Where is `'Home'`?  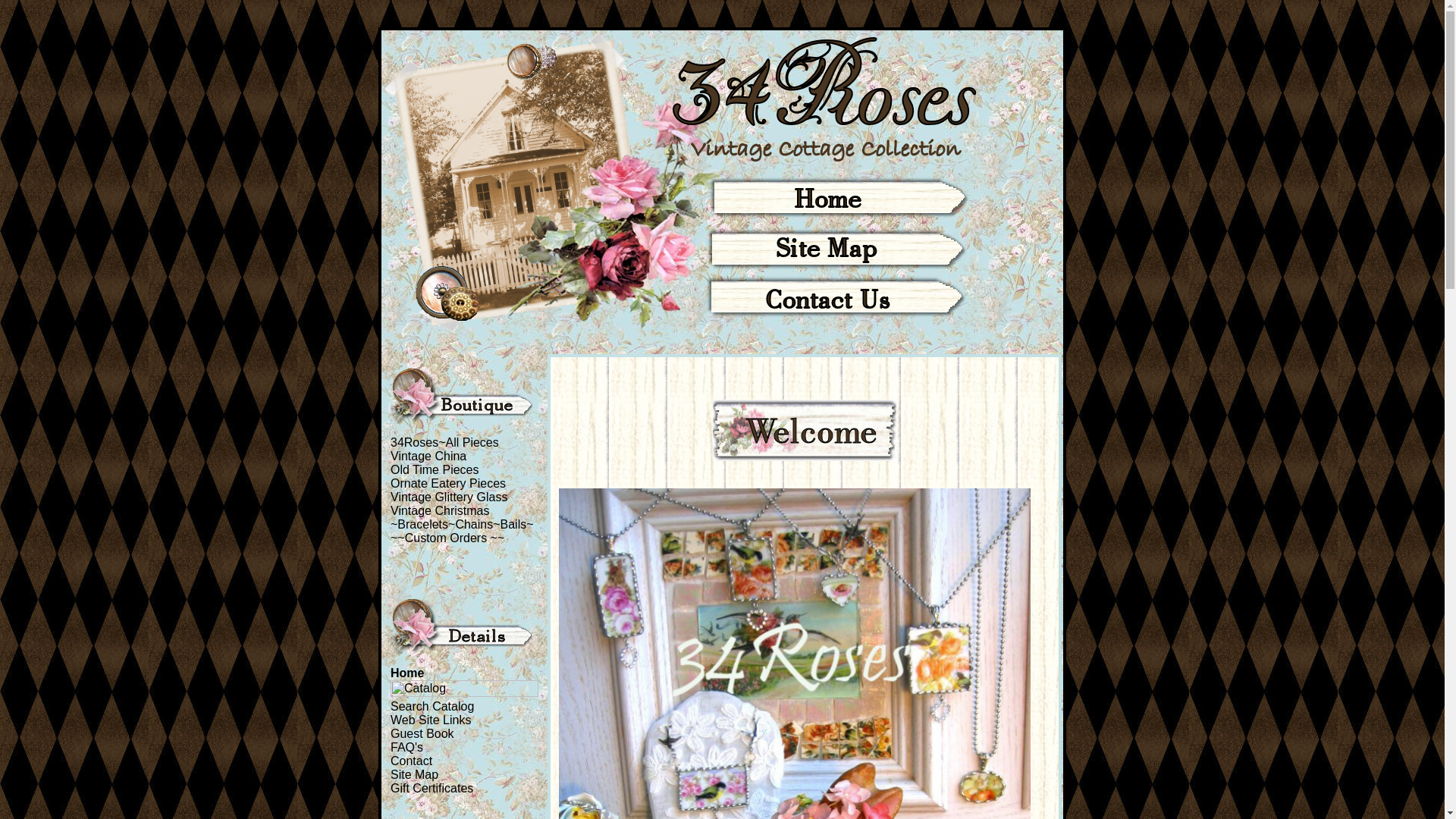 'Home' is located at coordinates (390, 672).